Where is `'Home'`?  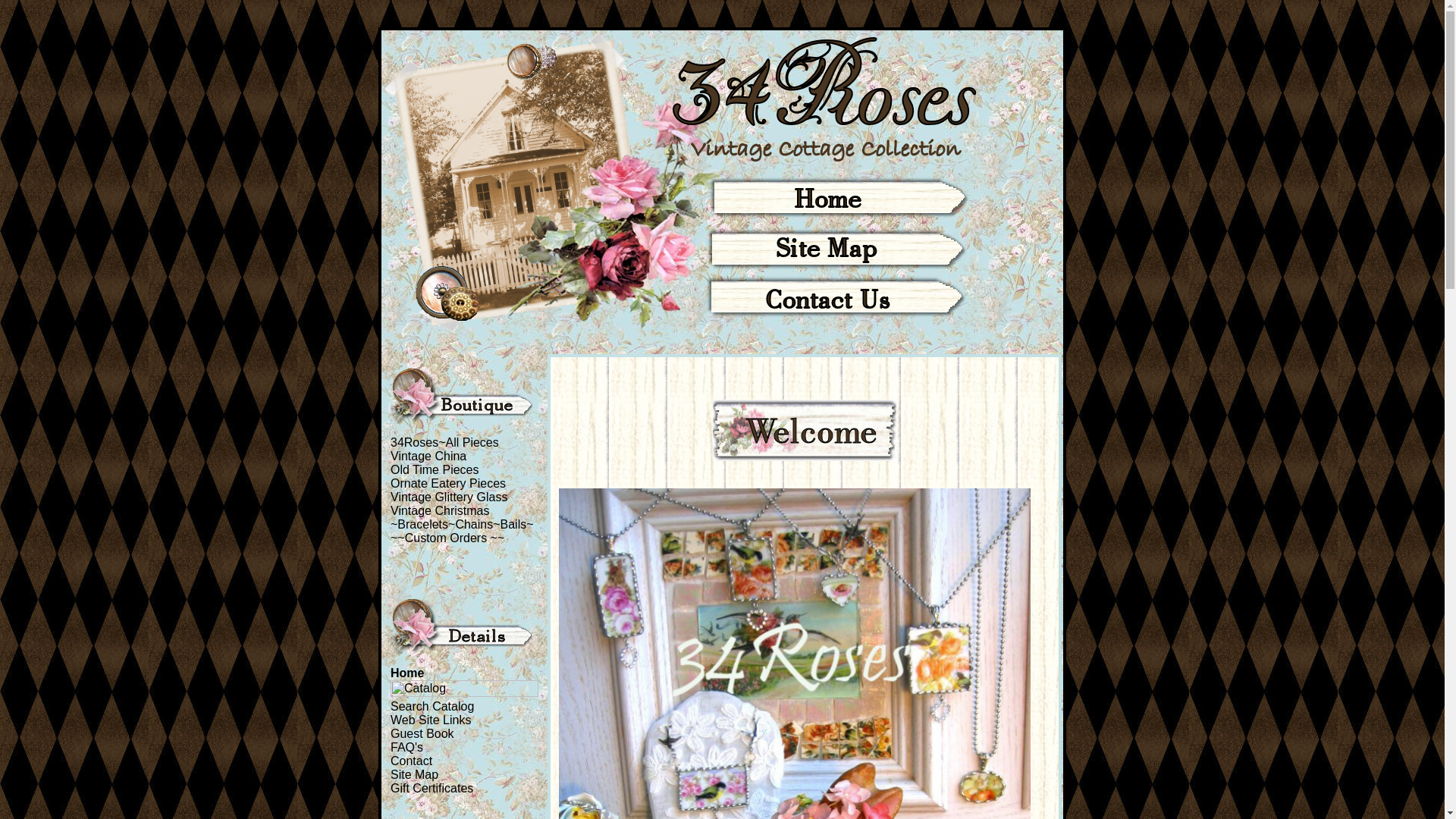 'Home' is located at coordinates (390, 672).